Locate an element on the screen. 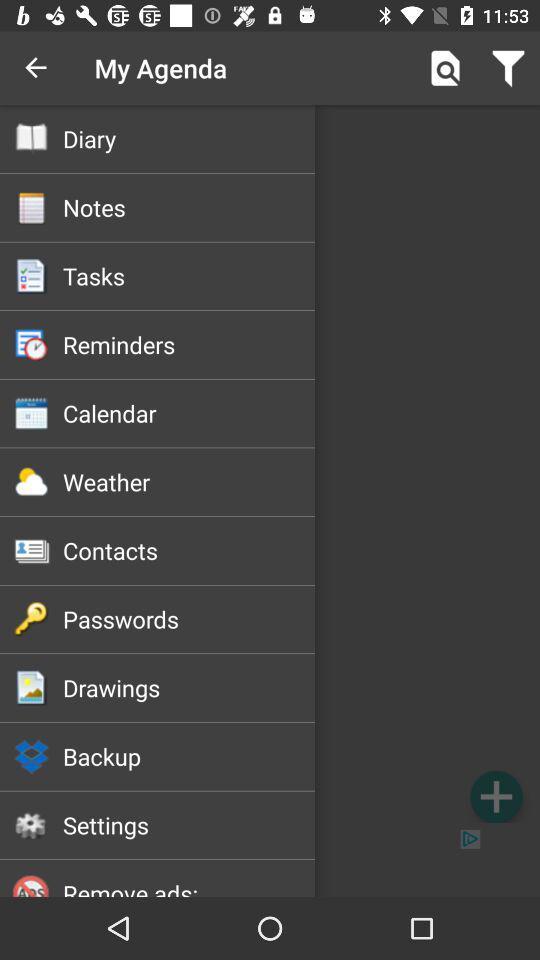 Image resolution: width=540 pixels, height=960 pixels. the icon above the contacts item is located at coordinates (189, 481).